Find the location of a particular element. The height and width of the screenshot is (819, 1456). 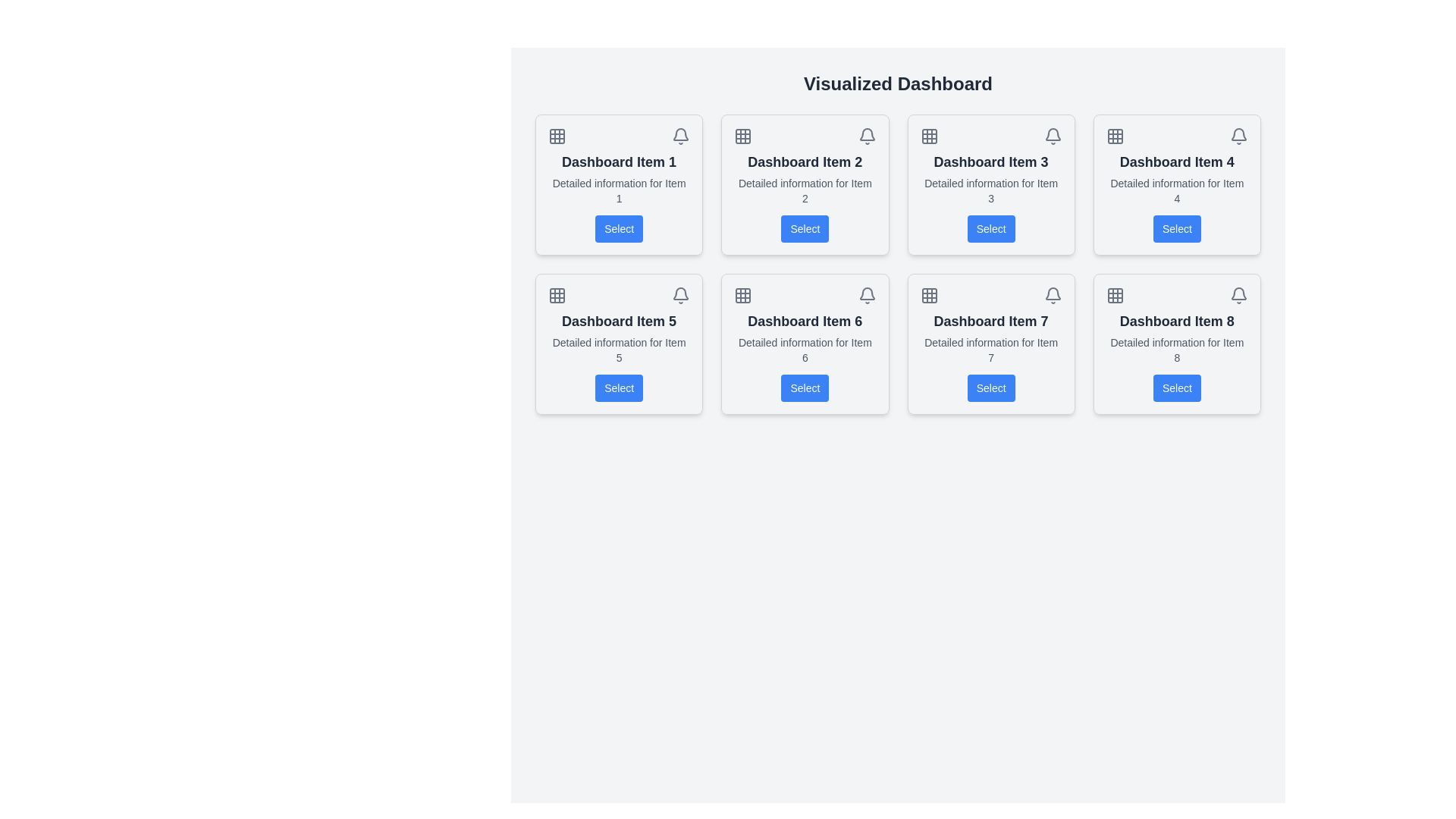

the grid layout icon located in the top-left corner of the 'Dashboard Item 3' section, which is positioned to the left of the section title and above the 'Select' button is located at coordinates (928, 136).